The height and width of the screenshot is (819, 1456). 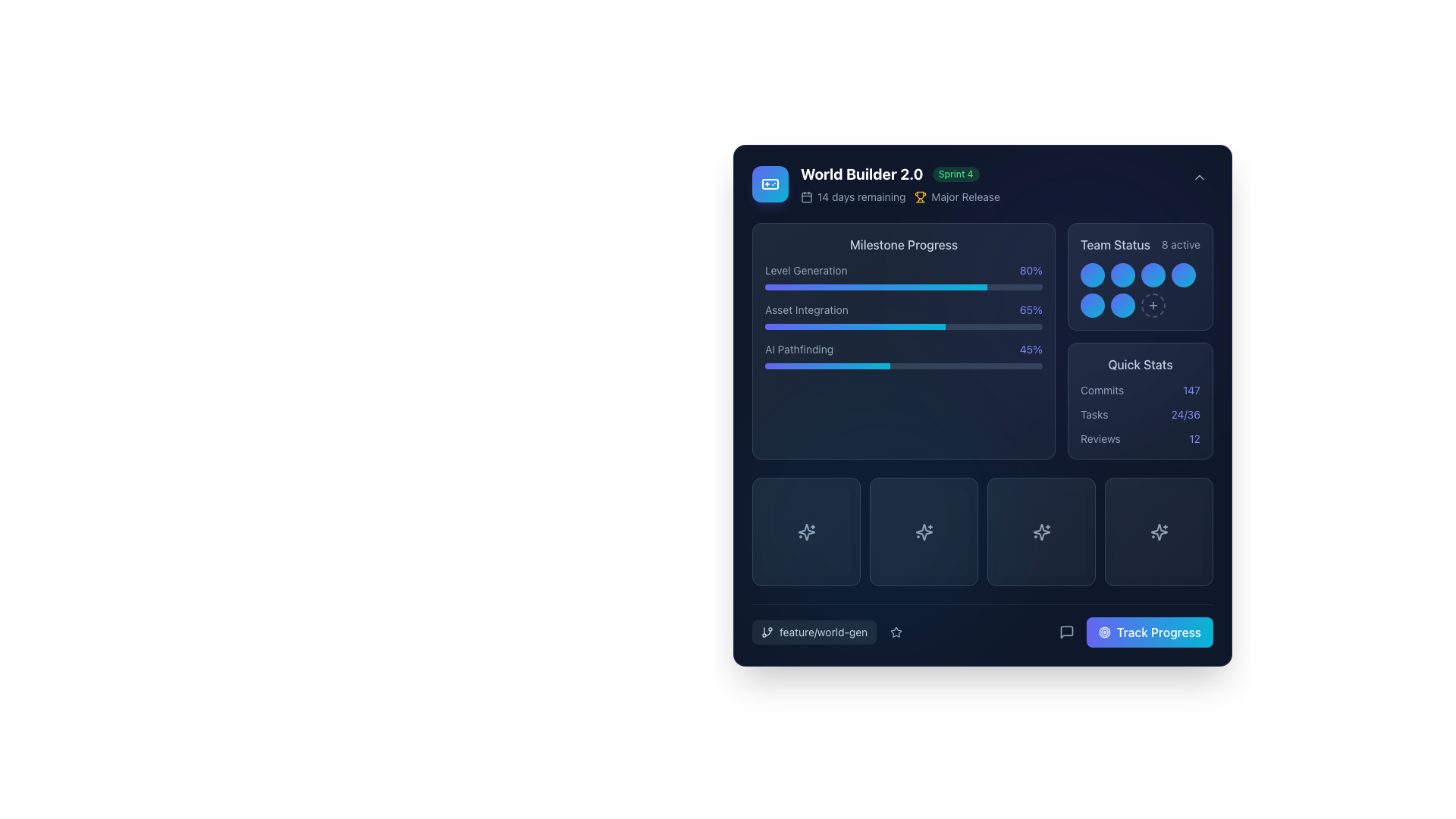 I want to click on the progress bar representing the completion status of the 'Level Generation' milestone, located in the 'Milestone Progress' section, so click(x=903, y=287).